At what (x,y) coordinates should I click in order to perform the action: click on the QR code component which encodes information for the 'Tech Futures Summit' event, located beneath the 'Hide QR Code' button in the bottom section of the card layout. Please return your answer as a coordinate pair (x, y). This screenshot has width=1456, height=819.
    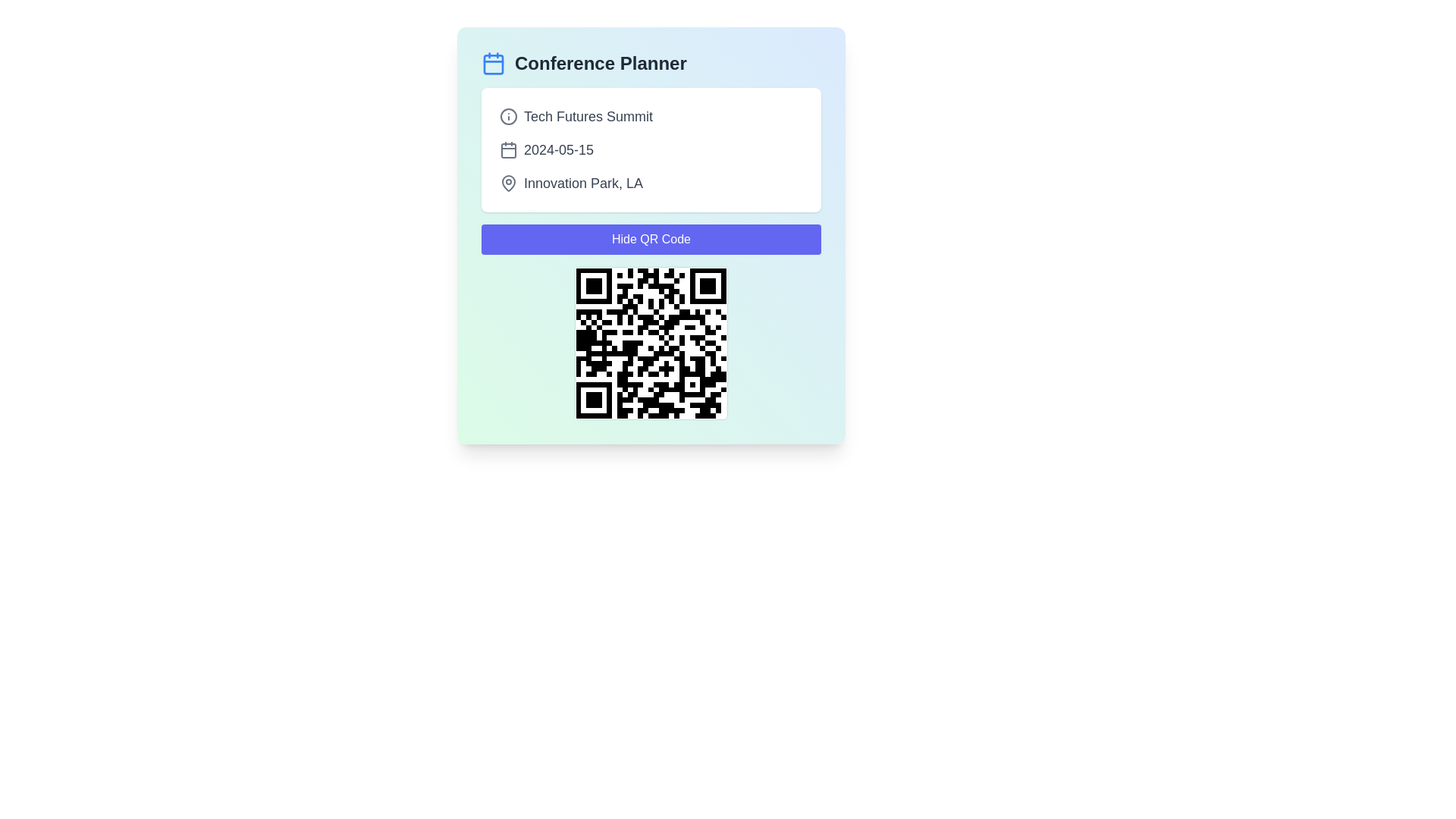
    Looking at the image, I should click on (651, 343).